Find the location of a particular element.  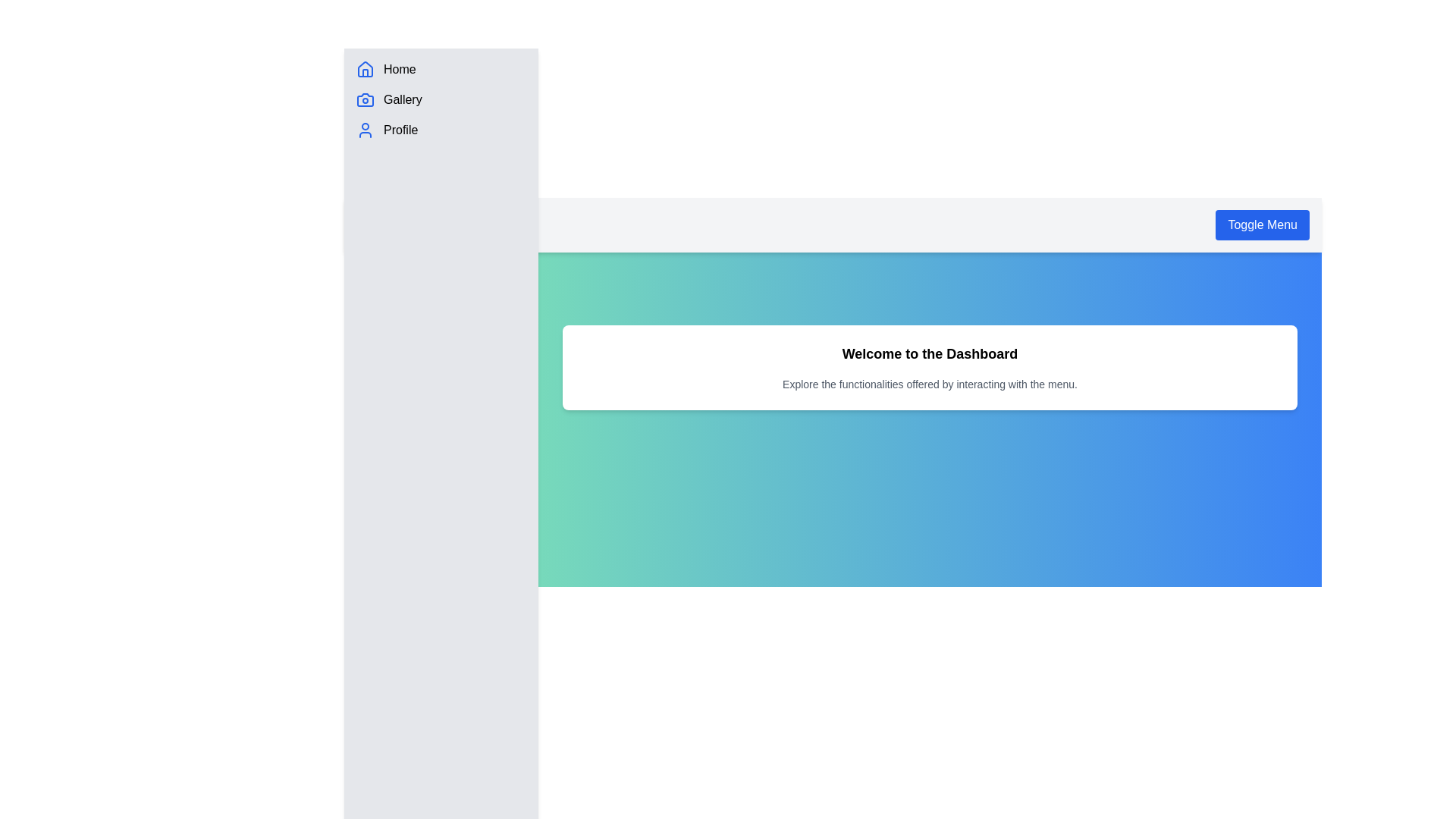

the 'Gallery' icon in the application's sidebar is located at coordinates (365, 99).